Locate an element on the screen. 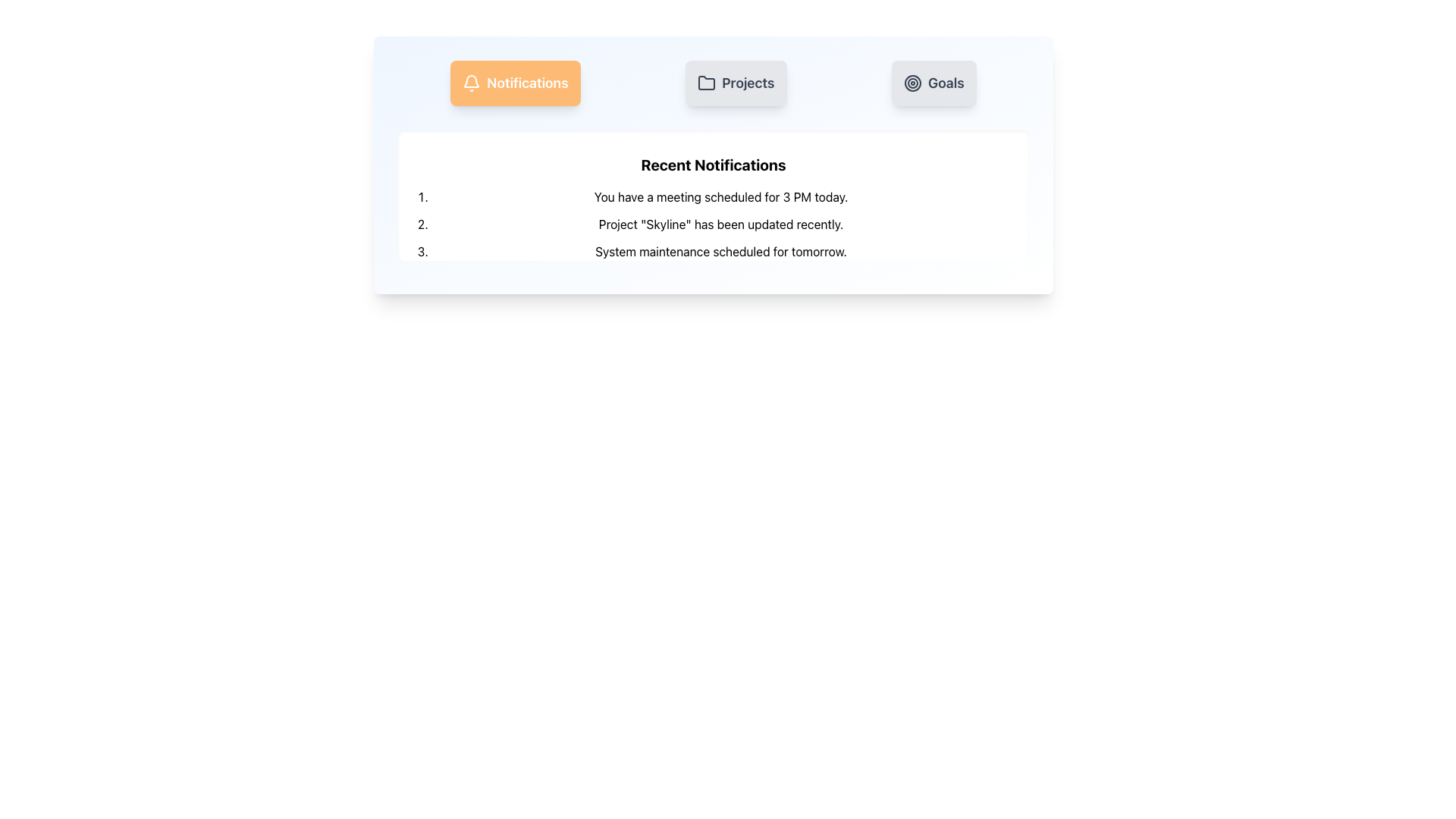 The height and width of the screenshot is (819, 1456). the static text label that displays a notification about a scheduled meeting, located as the first item in the 'Recent Notifications' list is located at coordinates (720, 196).